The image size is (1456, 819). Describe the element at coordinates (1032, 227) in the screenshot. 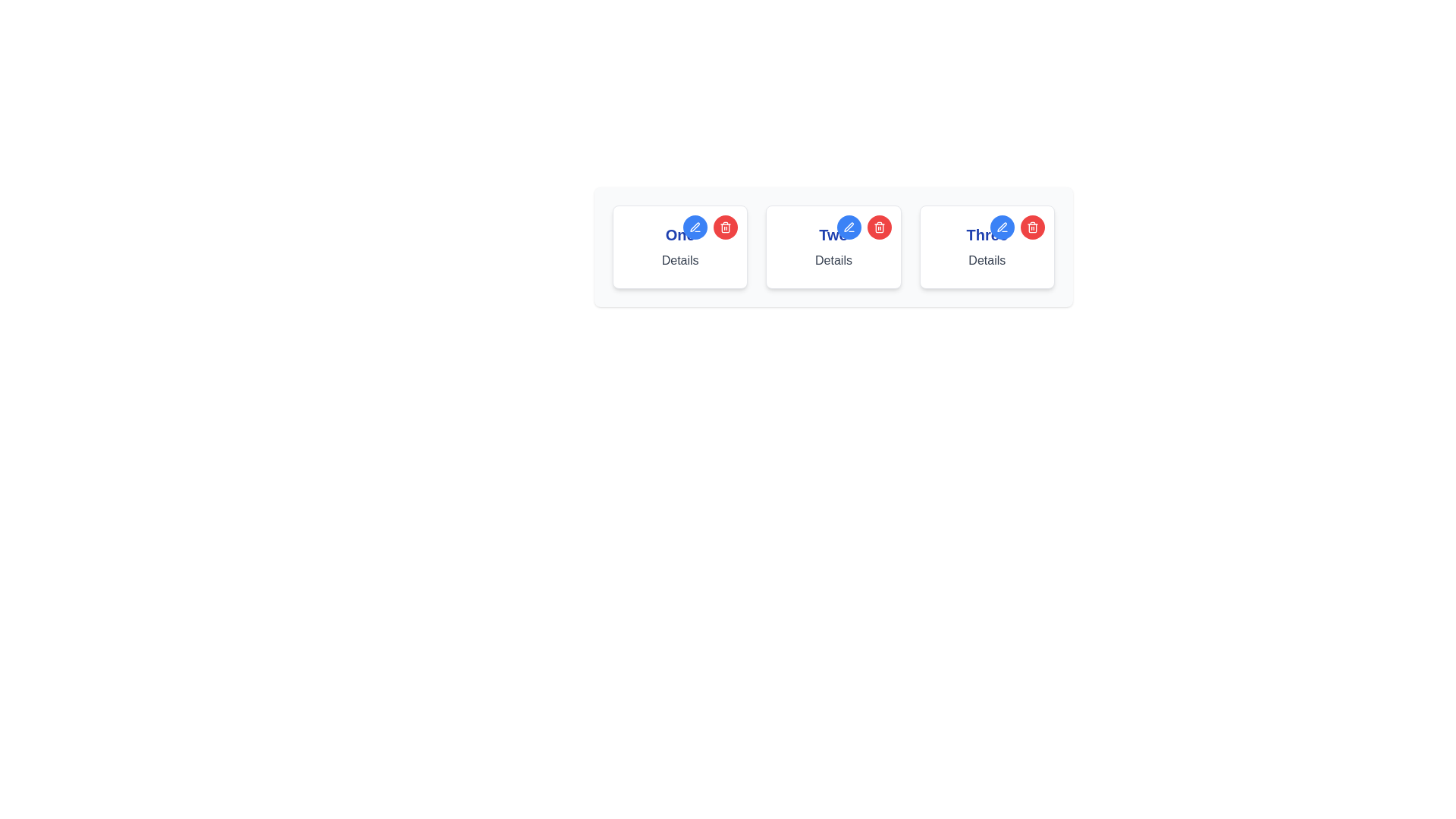

I see `the delete button located at the top-right corner of the card labeled 'Three'` at that location.